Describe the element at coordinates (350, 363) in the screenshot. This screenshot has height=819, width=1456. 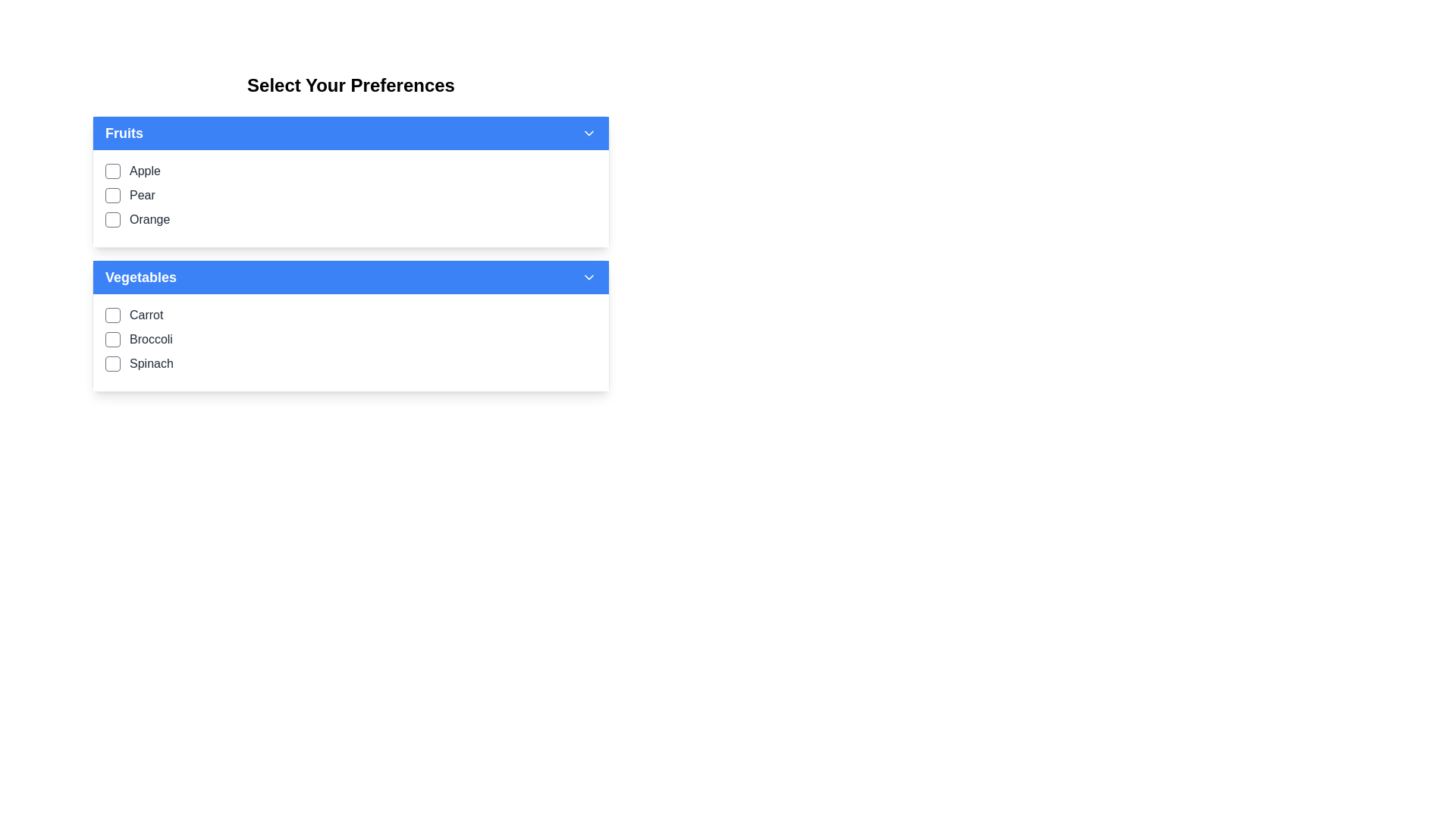
I see `the 'Spinach' checkbox located` at that location.